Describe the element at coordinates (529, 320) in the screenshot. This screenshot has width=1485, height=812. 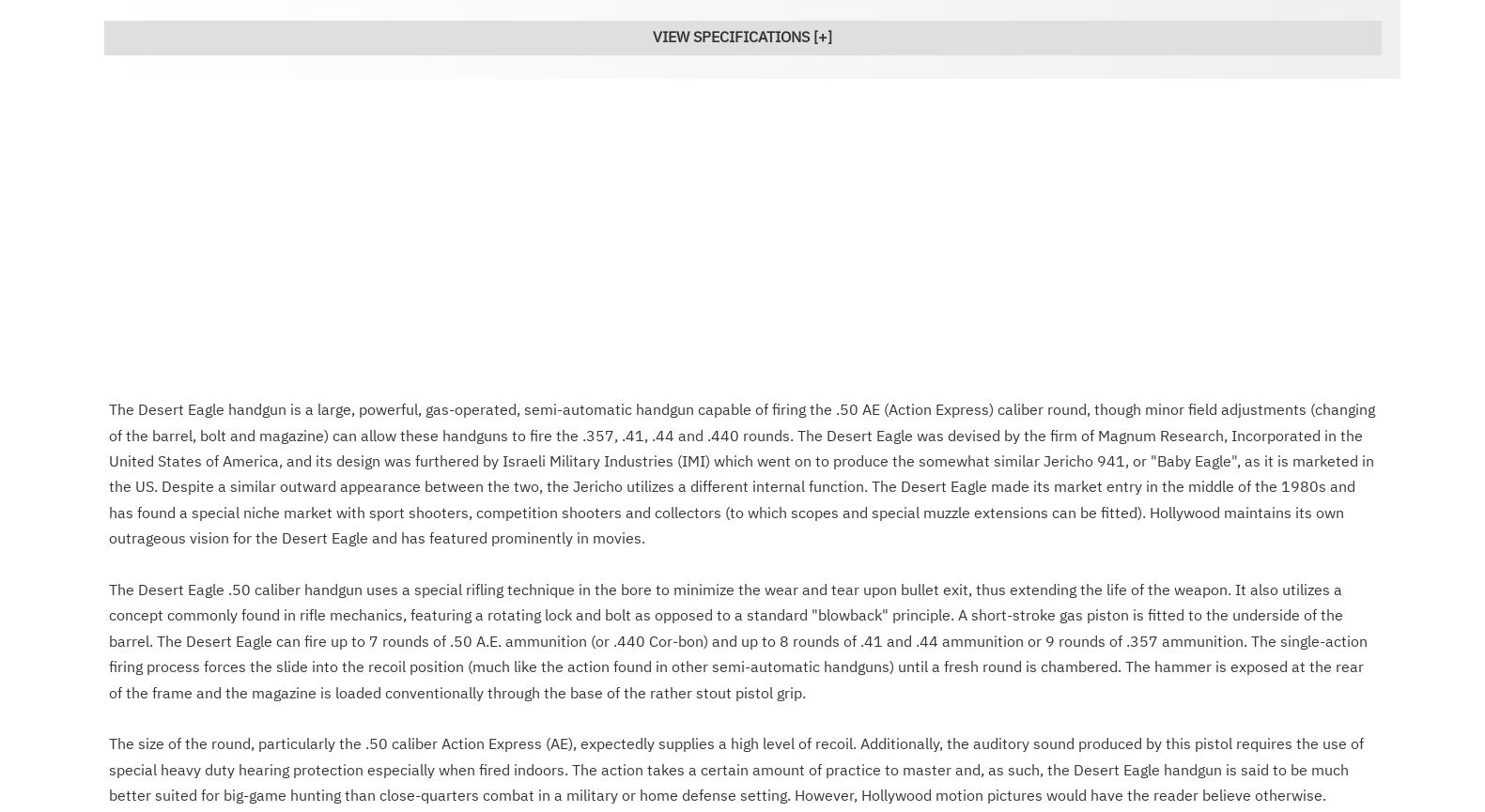
I see `'WW2 Small Arms'` at that location.